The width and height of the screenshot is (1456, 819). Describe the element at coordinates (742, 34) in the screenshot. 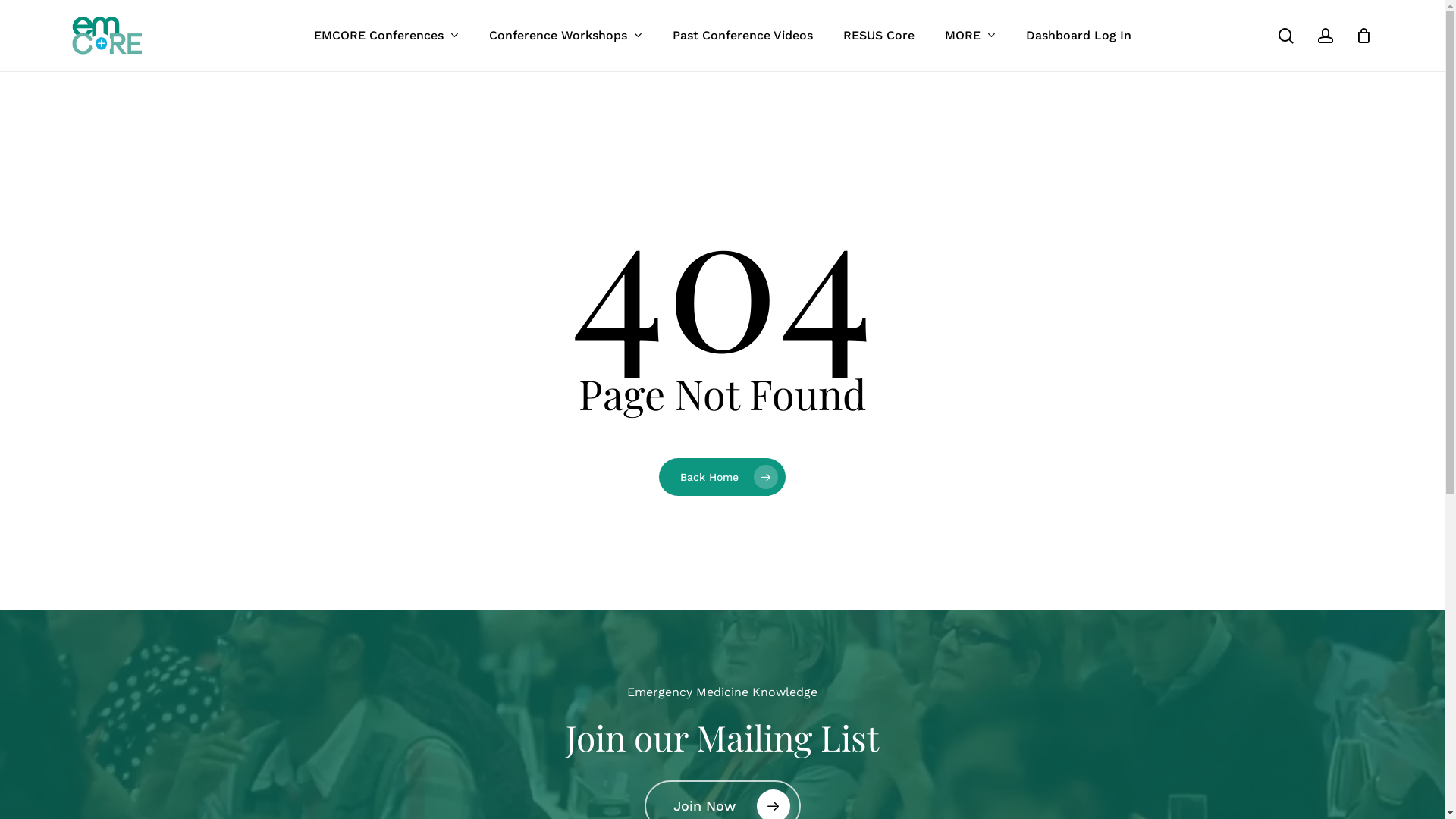

I see `'Past Conference Videos'` at that location.